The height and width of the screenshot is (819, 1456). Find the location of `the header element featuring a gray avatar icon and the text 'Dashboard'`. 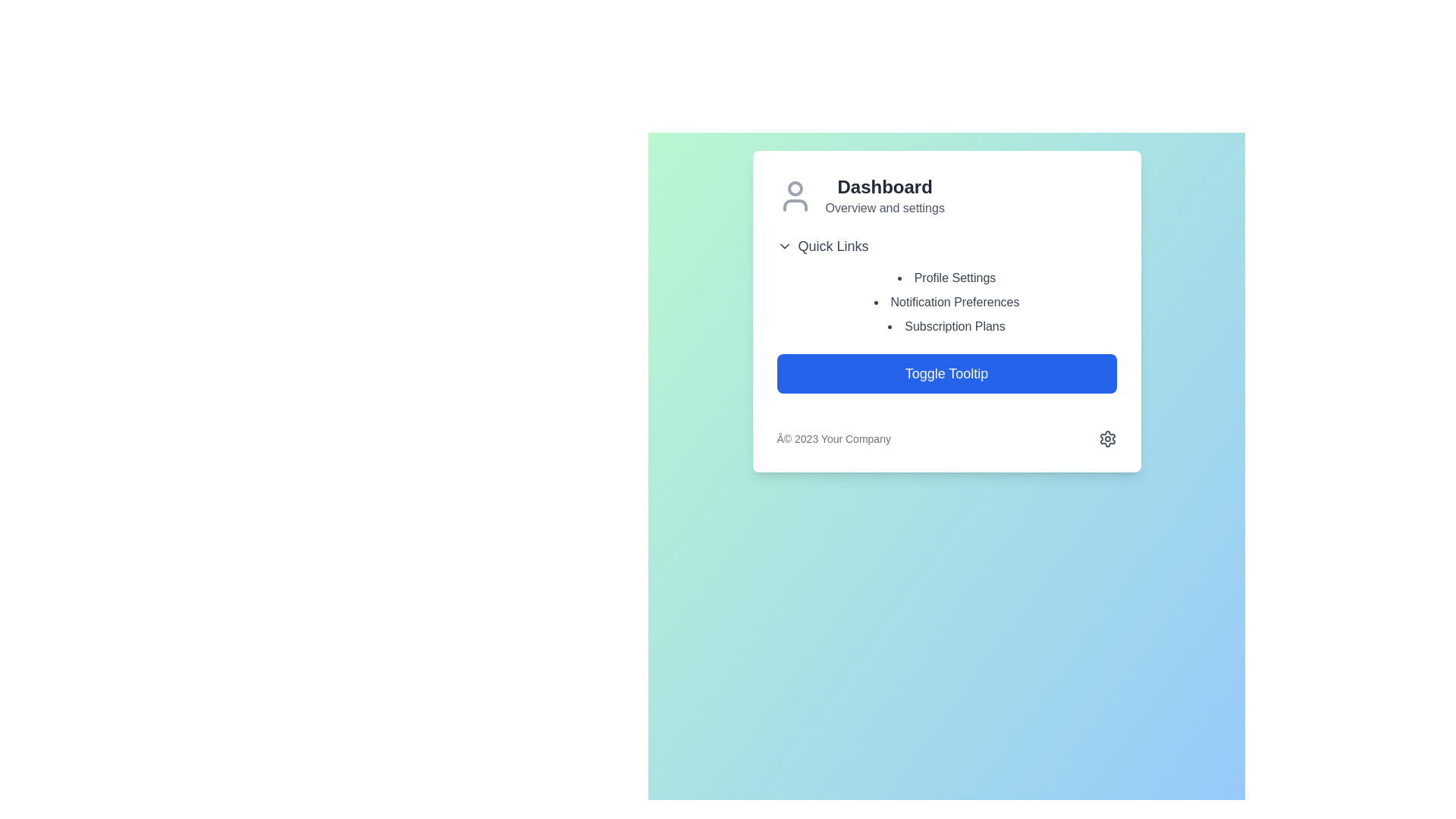

the header element featuring a gray avatar icon and the text 'Dashboard' is located at coordinates (946, 195).